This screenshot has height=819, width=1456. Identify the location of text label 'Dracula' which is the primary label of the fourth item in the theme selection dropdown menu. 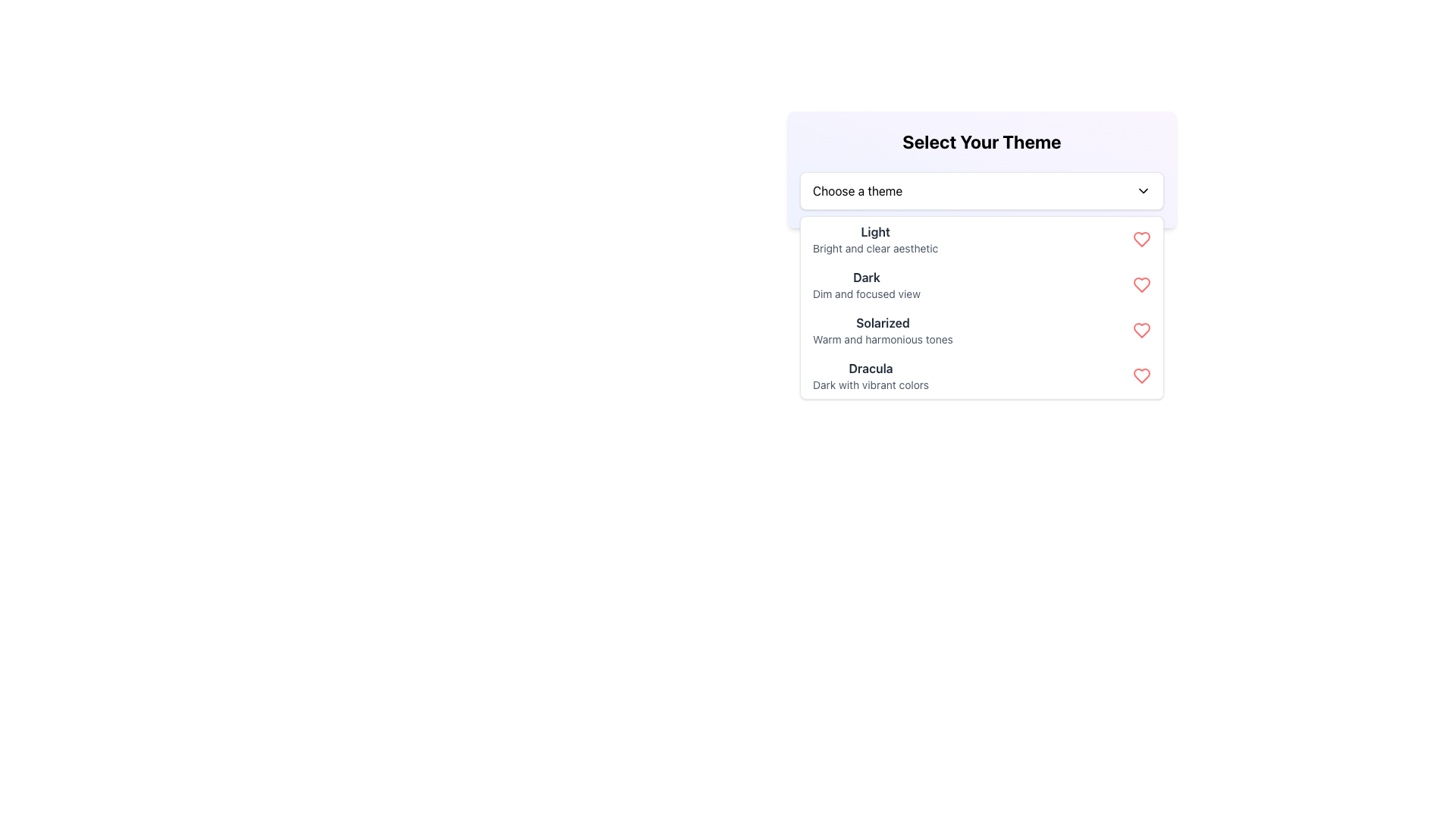
(871, 369).